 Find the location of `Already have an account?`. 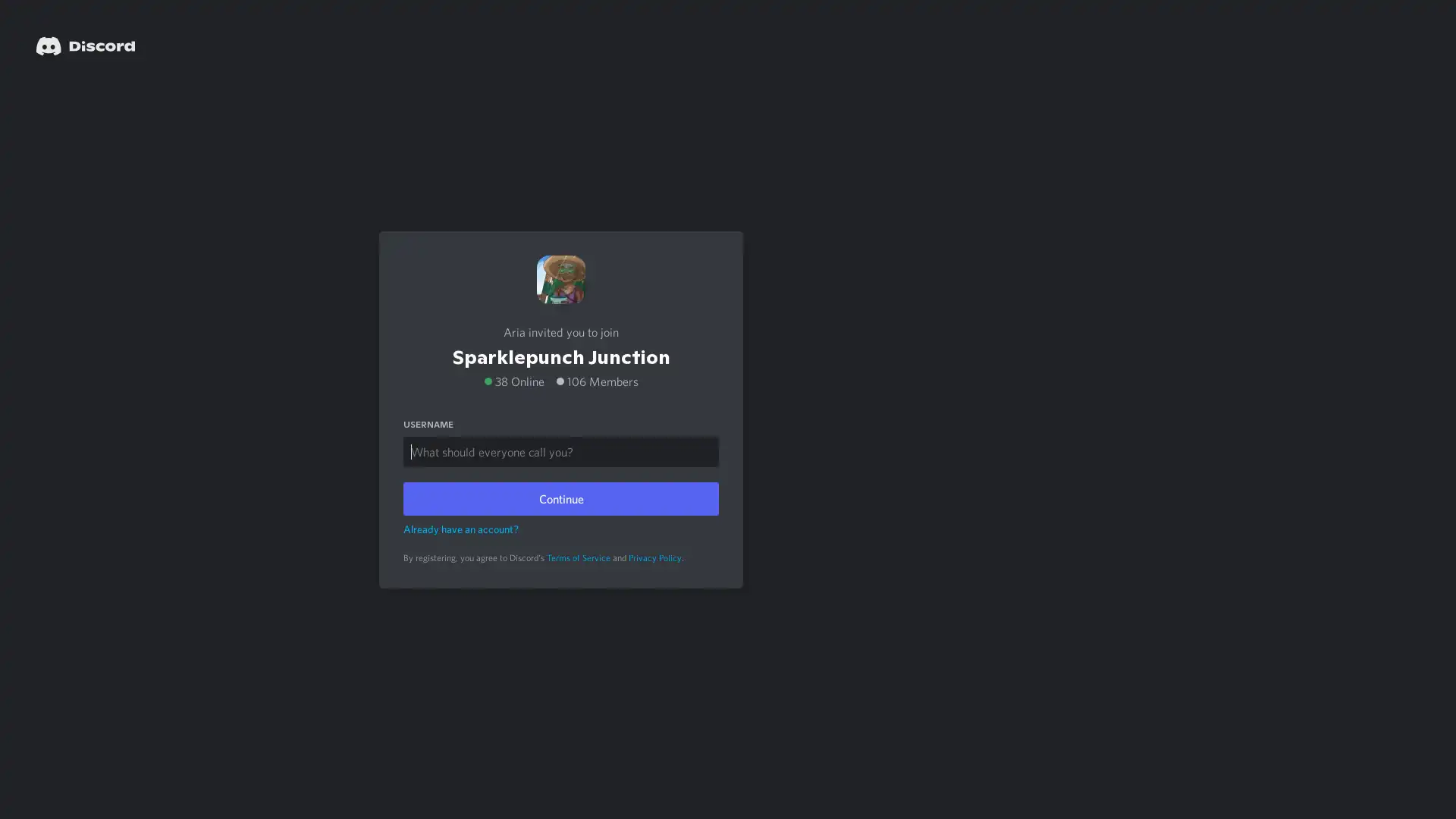

Already have an account? is located at coordinates (460, 528).